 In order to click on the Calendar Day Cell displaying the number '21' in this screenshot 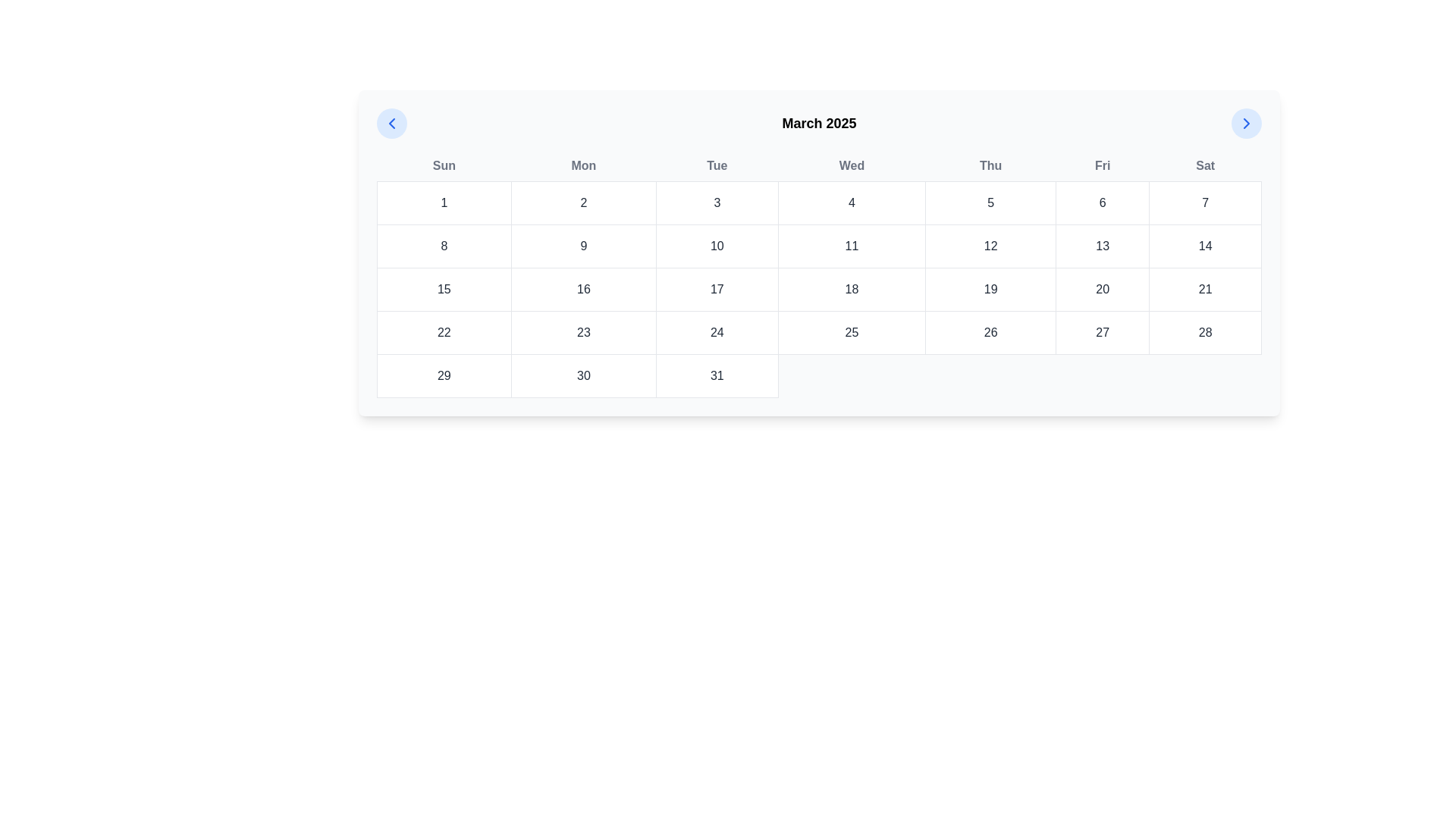, I will do `click(1204, 289)`.